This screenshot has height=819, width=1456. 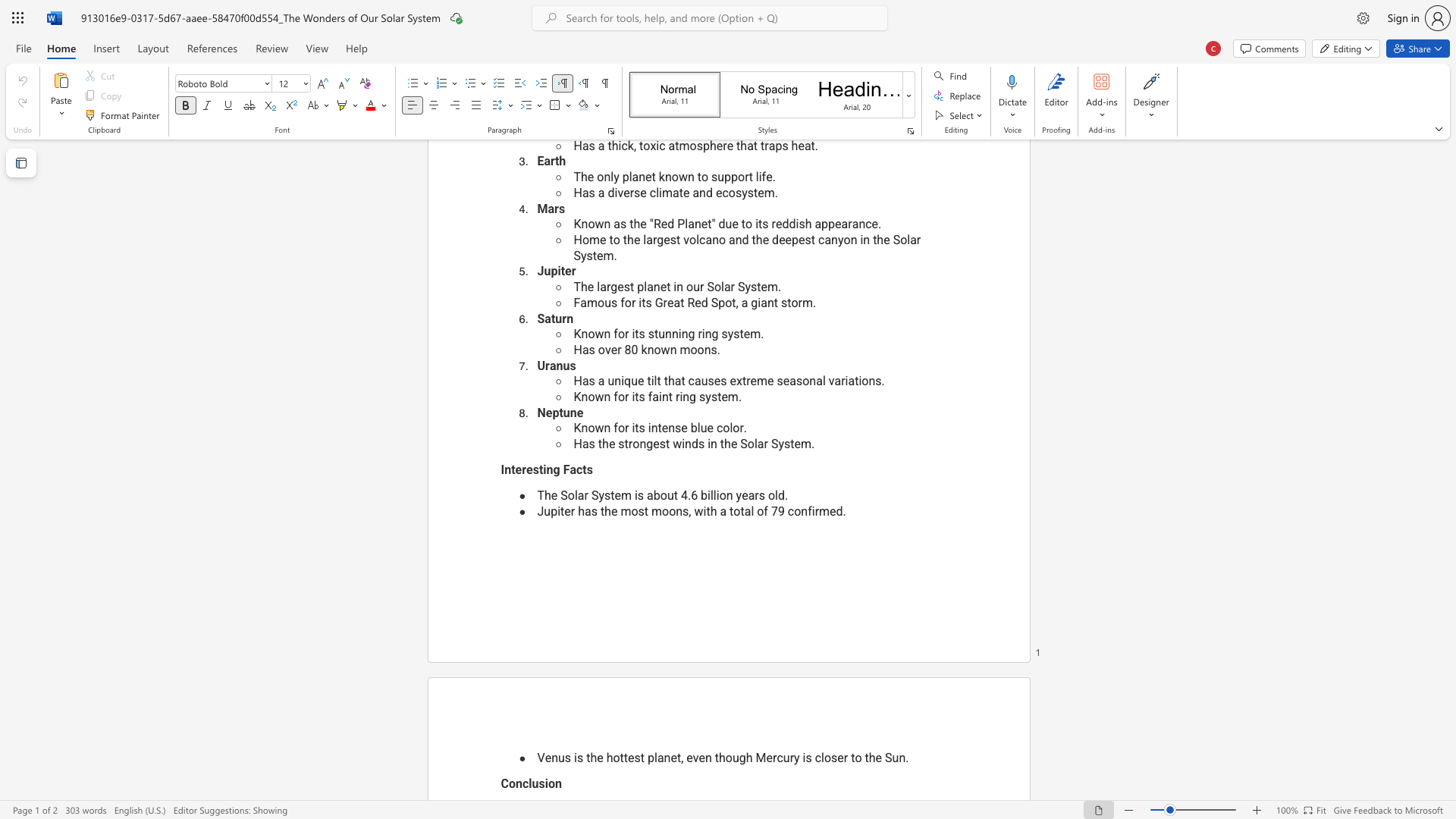 I want to click on the 1th character "7" in the text, so click(x=774, y=511).